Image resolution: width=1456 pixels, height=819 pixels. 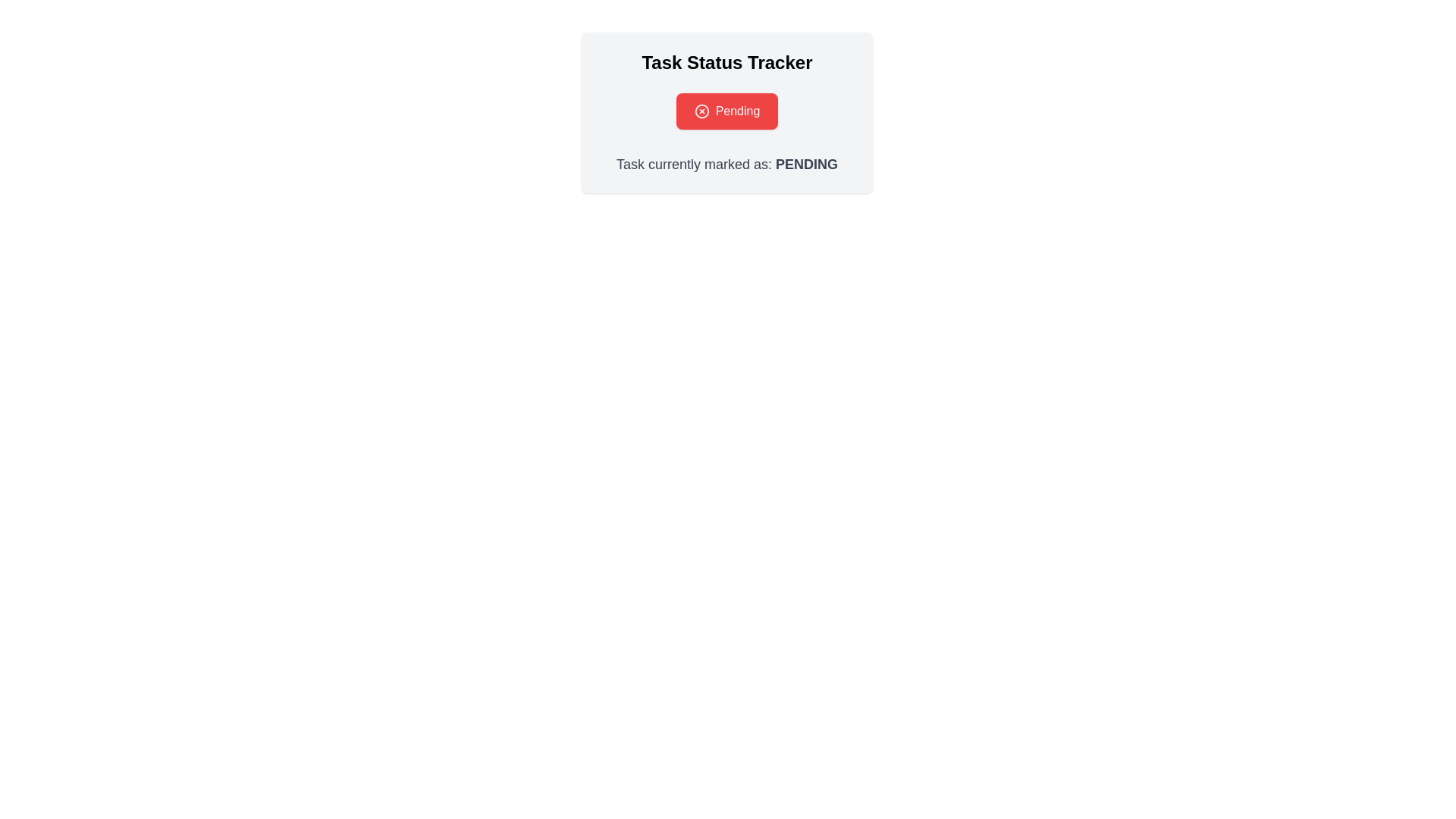 I want to click on the decorative SVG graphic element centered within the 'Pending' button, which enhances its appearance, so click(x=701, y=110).